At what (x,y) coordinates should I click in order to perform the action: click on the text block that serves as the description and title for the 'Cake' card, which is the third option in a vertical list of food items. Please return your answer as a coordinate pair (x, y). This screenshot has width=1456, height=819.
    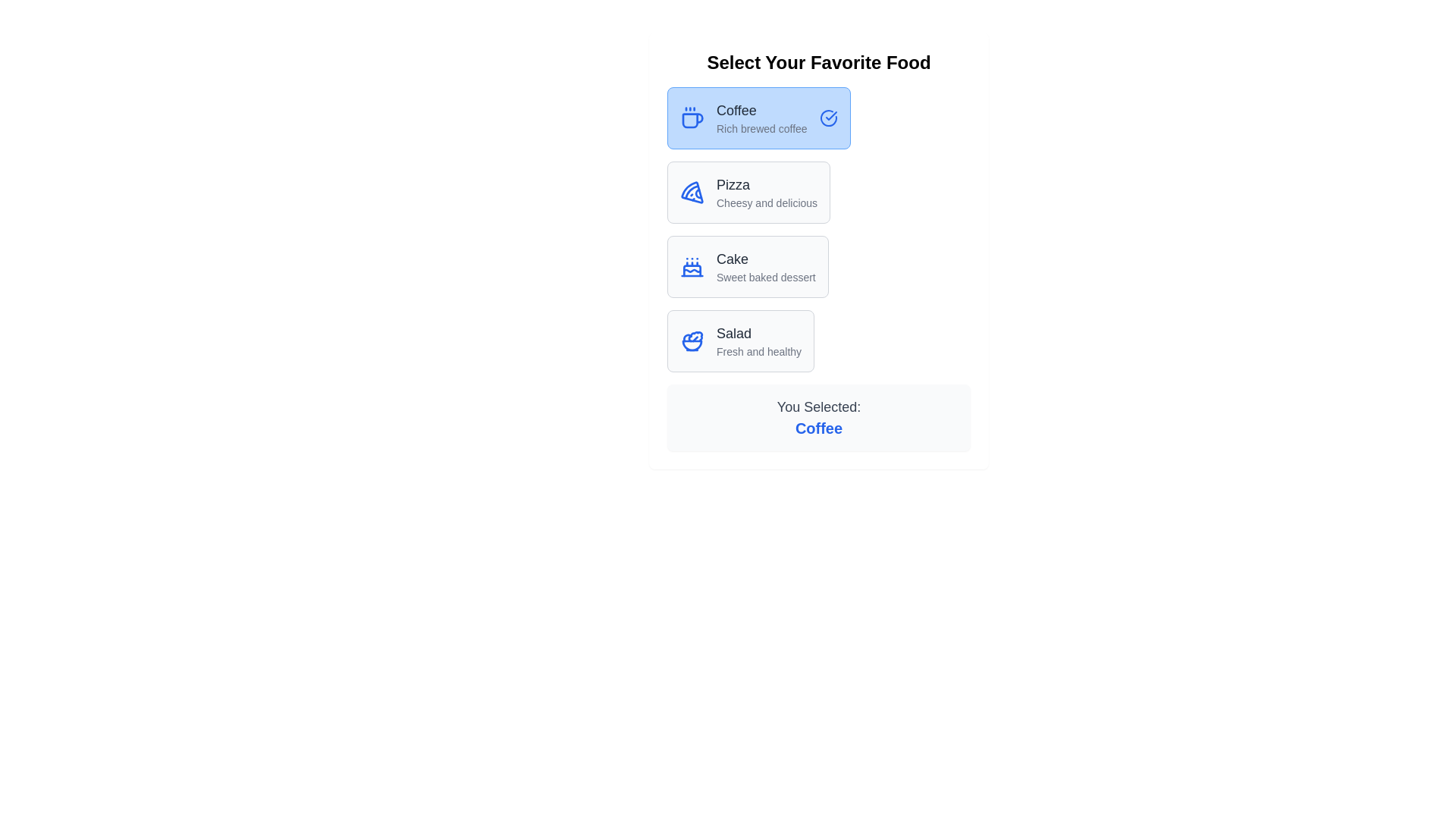
    Looking at the image, I should click on (766, 265).